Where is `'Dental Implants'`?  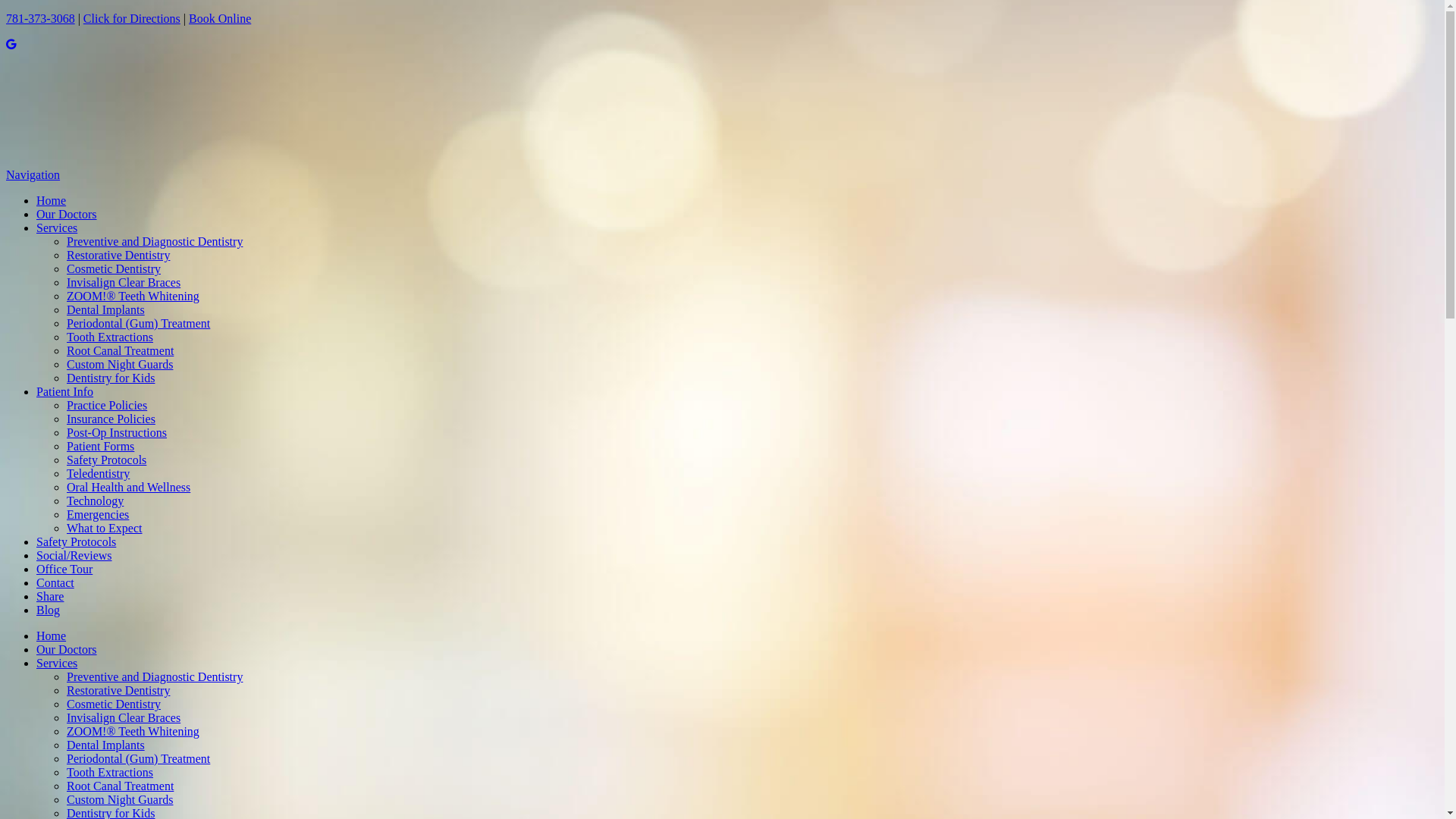 'Dental Implants' is located at coordinates (105, 744).